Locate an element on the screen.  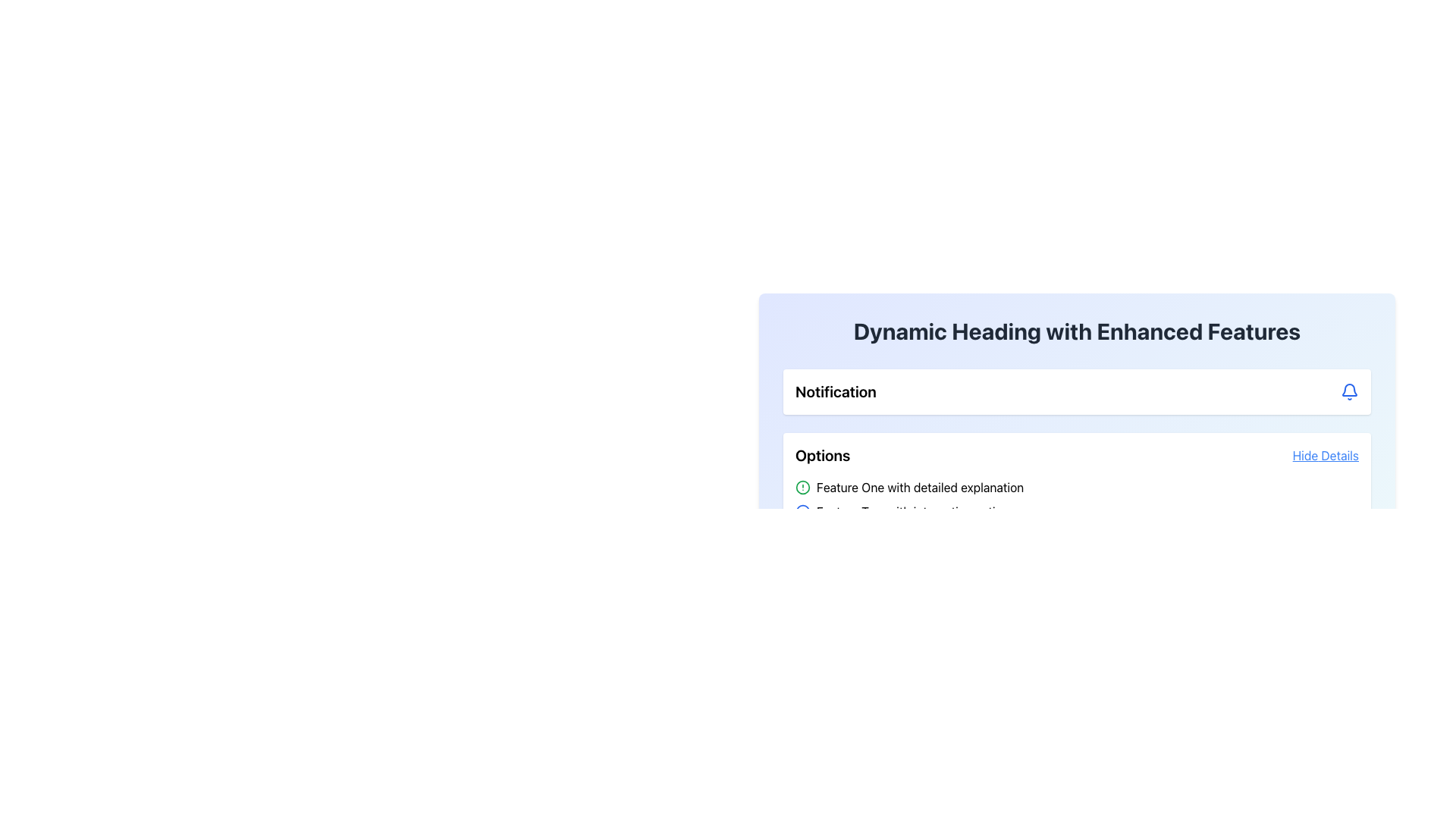
the Label element displaying 'Feature Two with interactive options', which is the second item in the vertically stacked list of features under the 'Options' section is located at coordinates (915, 512).